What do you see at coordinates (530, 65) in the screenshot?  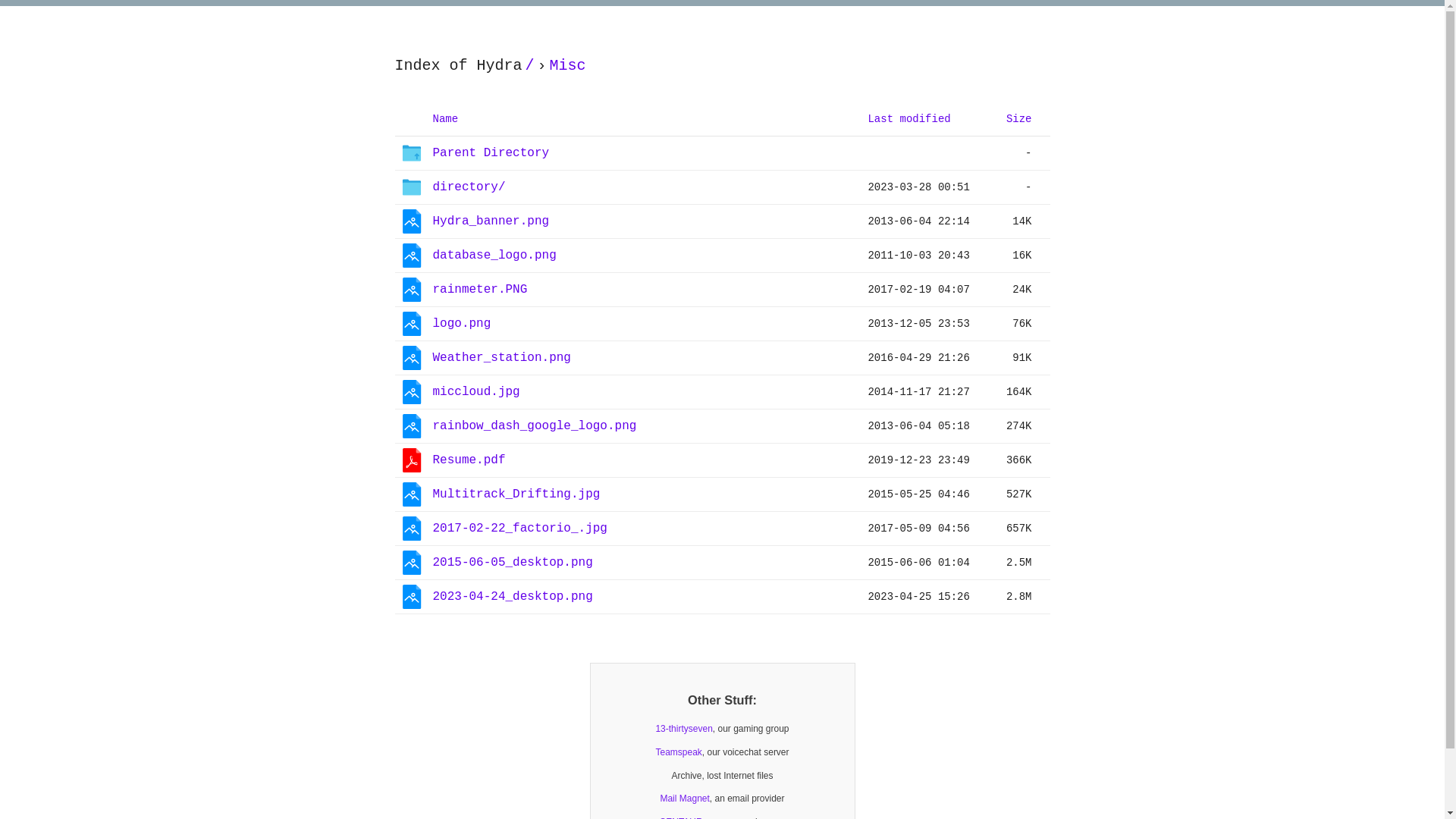 I see `'/'` at bounding box center [530, 65].